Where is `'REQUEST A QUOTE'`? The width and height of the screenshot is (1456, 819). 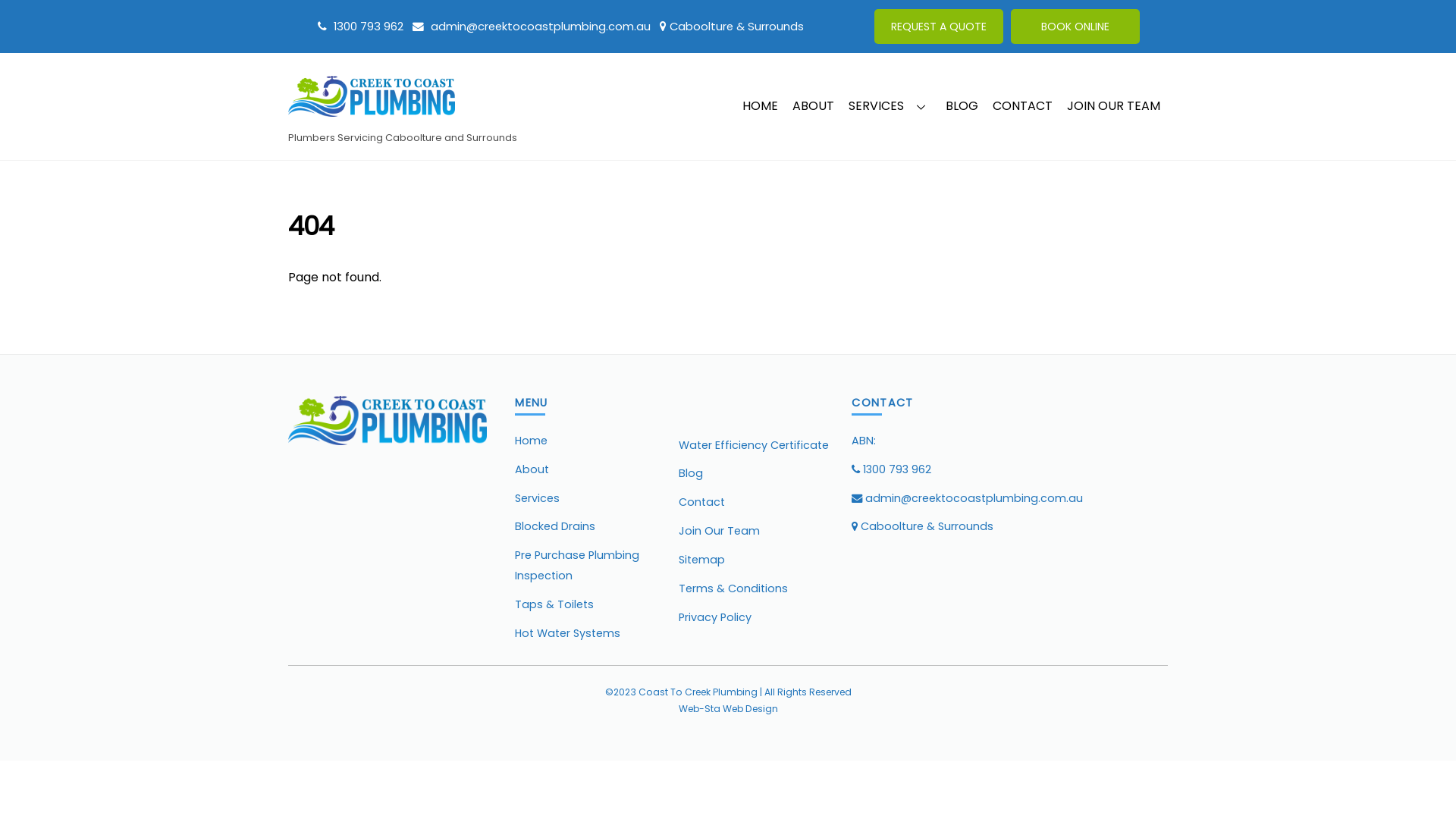
'REQUEST A QUOTE' is located at coordinates (938, 26).